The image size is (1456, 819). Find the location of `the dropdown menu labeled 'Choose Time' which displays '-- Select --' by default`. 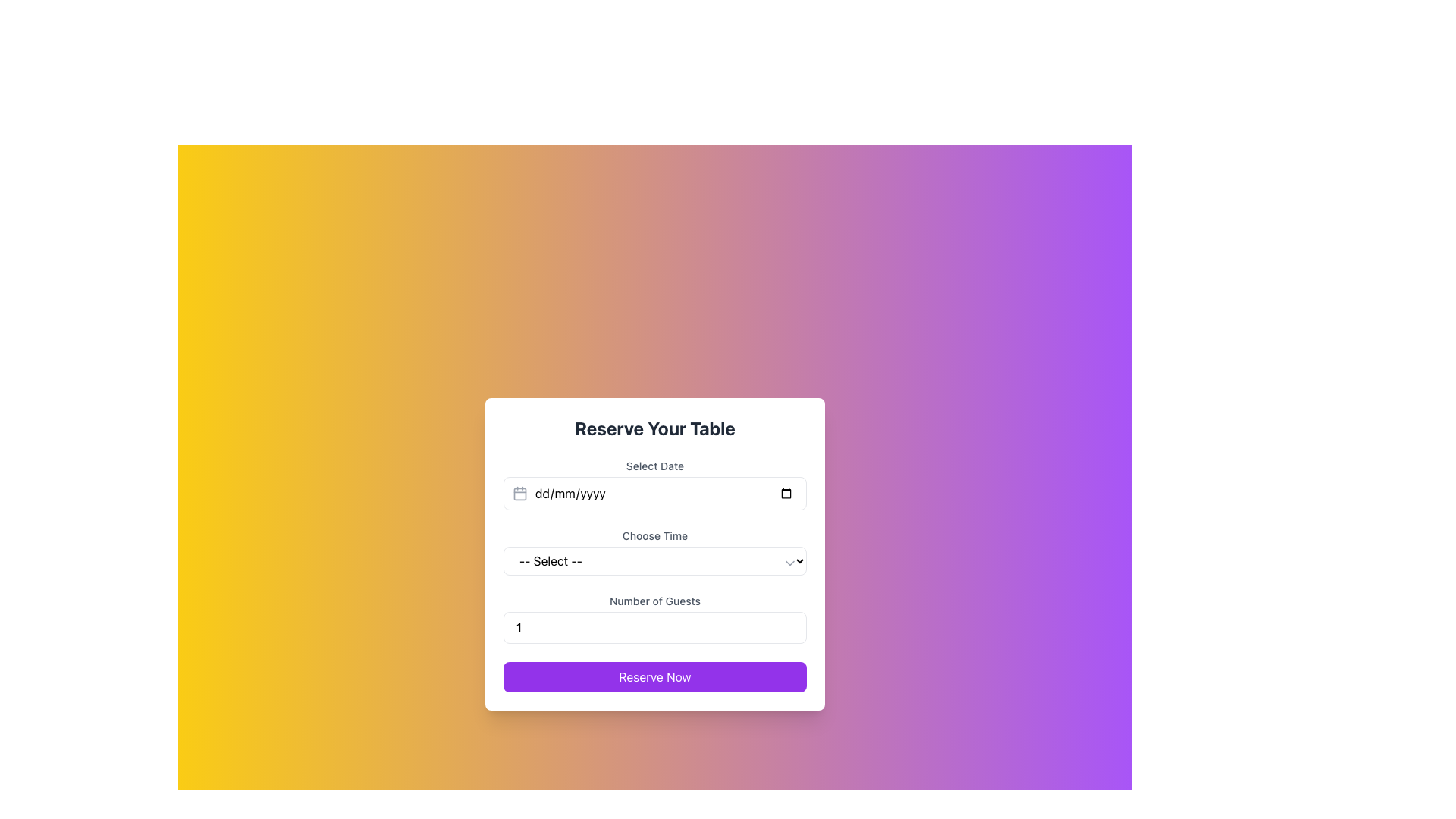

the dropdown menu labeled 'Choose Time' which displays '-- Select --' by default is located at coordinates (655, 561).